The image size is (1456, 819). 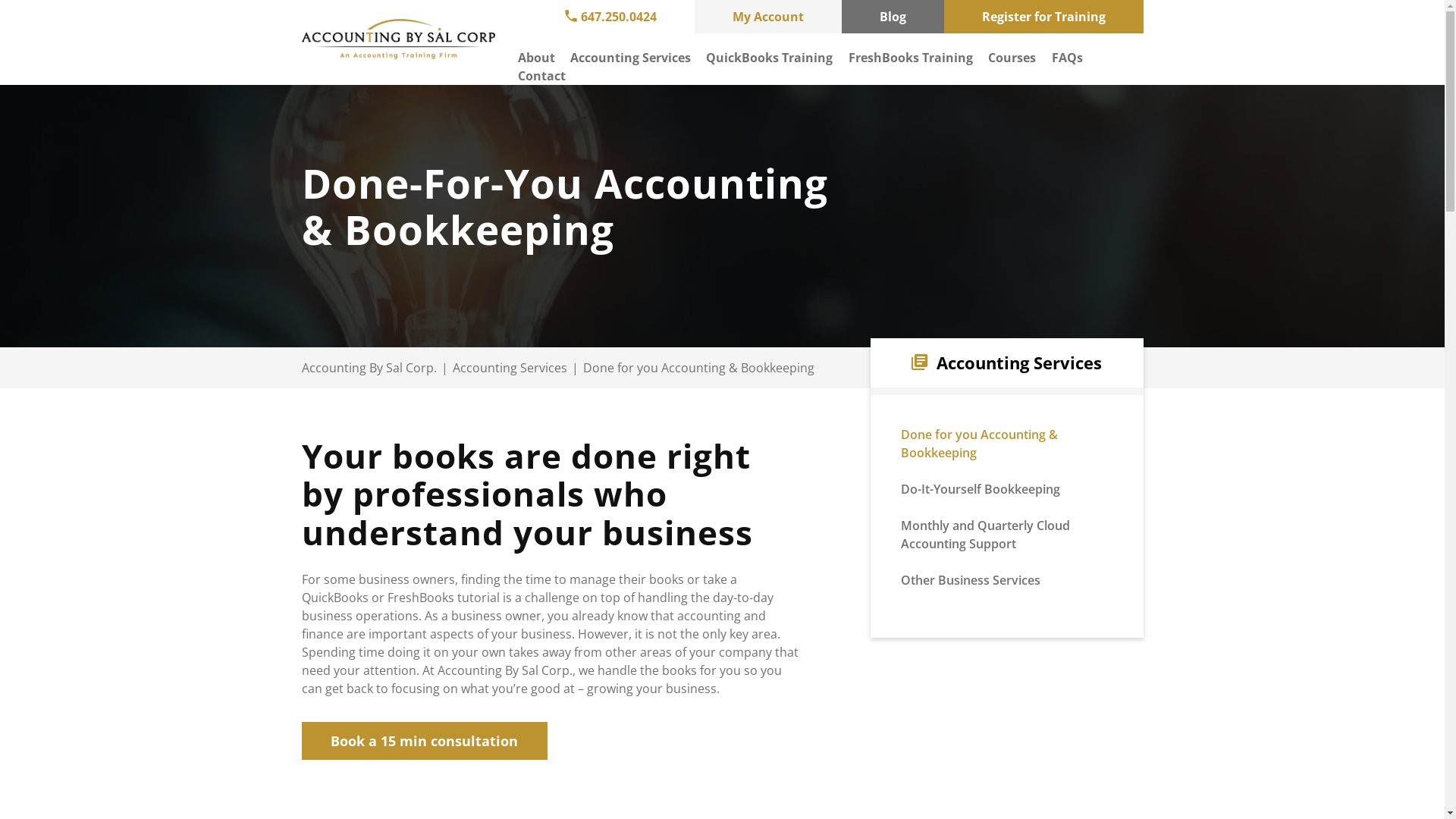 What do you see at coordinates (1012, 57) in the screenshot?
I see `'Courses'` at bounding box center [1012, 57].